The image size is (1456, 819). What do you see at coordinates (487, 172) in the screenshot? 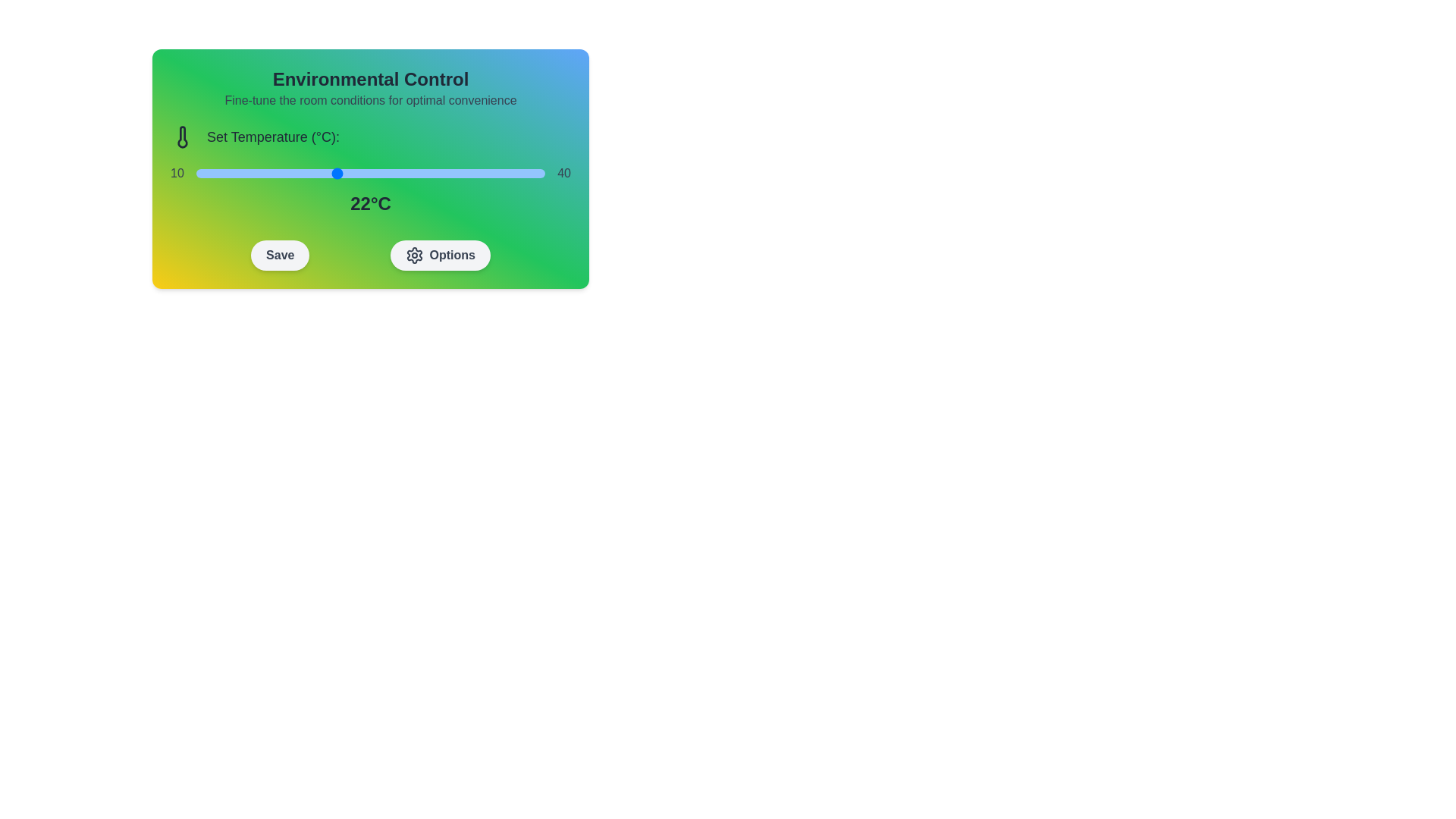
I see `the temperature` at bounding box center [487, 172].